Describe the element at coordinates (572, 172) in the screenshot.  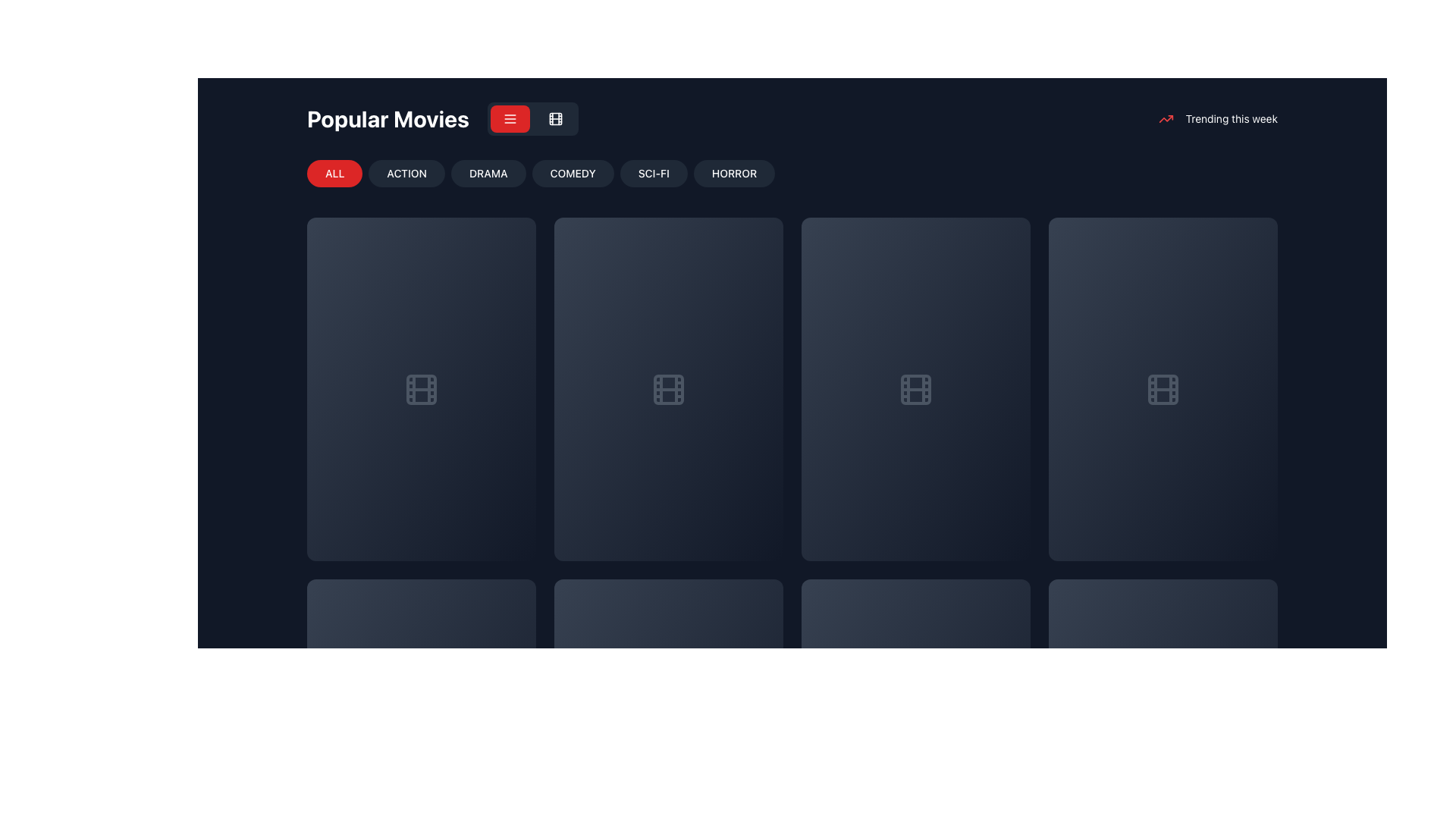
I see `the rectangular button labeled 'COMEDY' with a dark gray background and white text` at that location.